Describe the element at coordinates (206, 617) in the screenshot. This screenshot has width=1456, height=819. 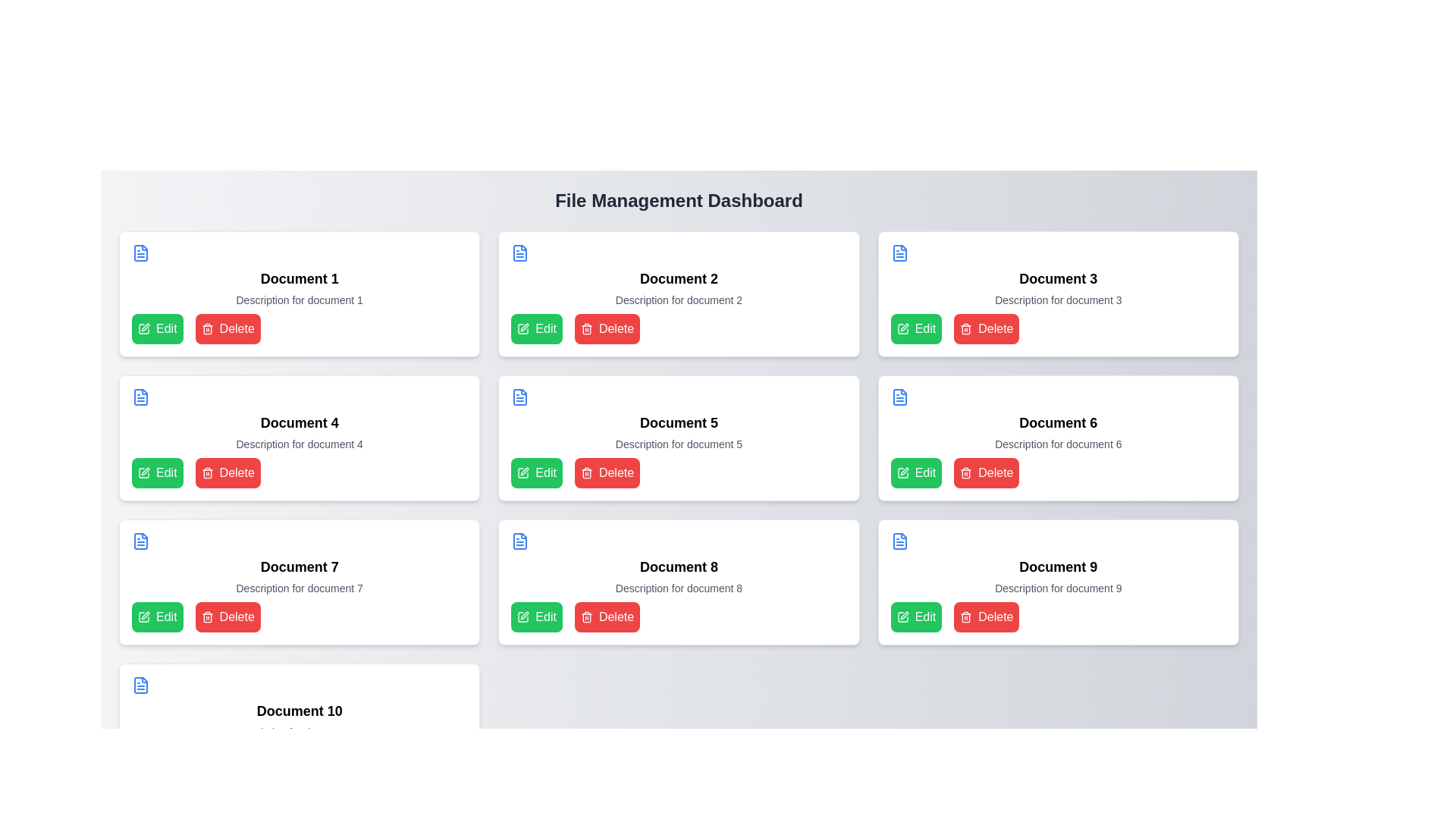
I see `the delete icon located in the bottom right corner of the card labeled 'Document 7' in the third row of the grid layout` at that location.